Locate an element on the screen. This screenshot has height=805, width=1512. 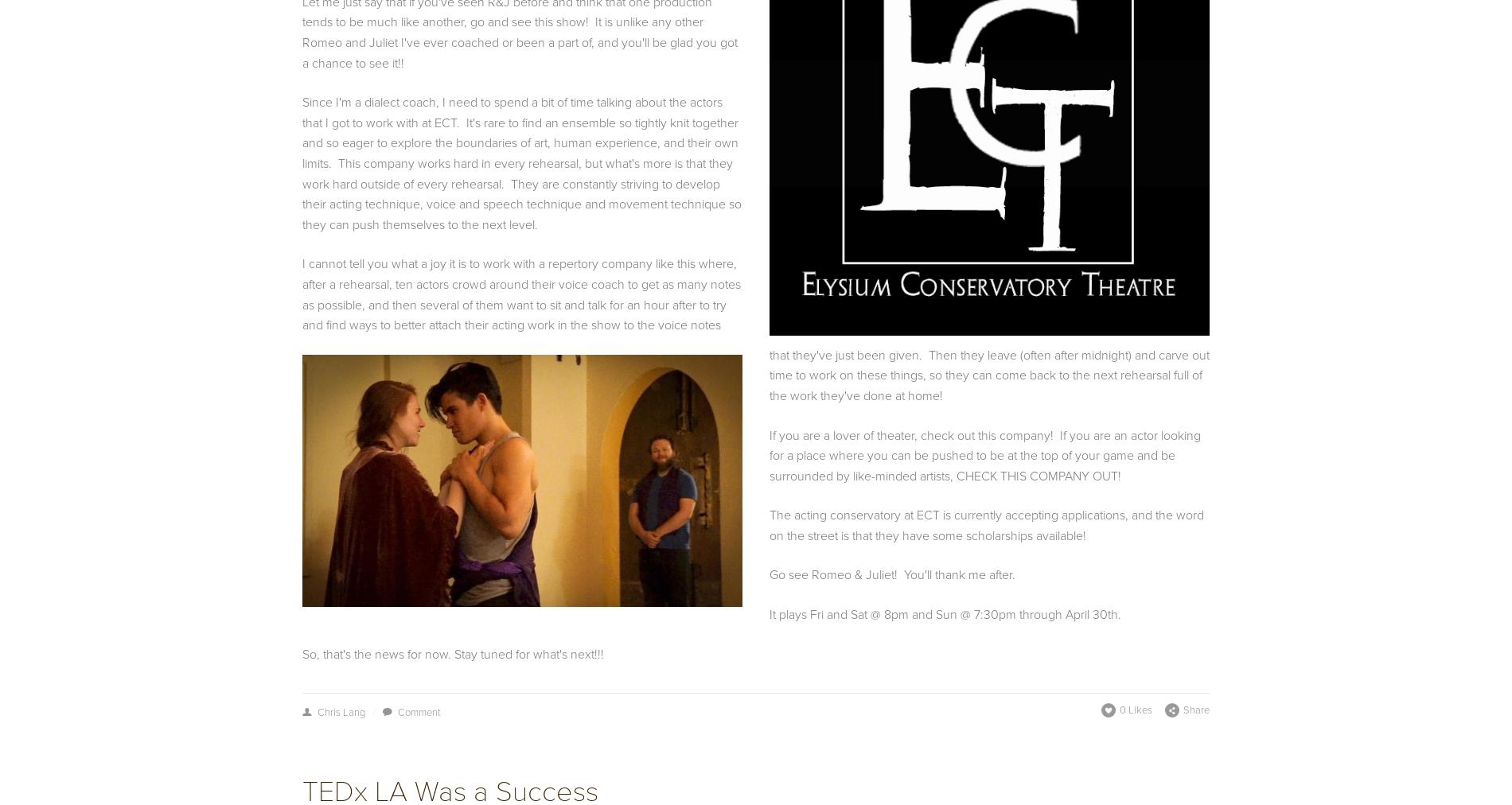
'The acting conservatory at ECT is currently accepting applications, and the word on the street is that they have some scholarships available!' is located at coordinates (985, 525).